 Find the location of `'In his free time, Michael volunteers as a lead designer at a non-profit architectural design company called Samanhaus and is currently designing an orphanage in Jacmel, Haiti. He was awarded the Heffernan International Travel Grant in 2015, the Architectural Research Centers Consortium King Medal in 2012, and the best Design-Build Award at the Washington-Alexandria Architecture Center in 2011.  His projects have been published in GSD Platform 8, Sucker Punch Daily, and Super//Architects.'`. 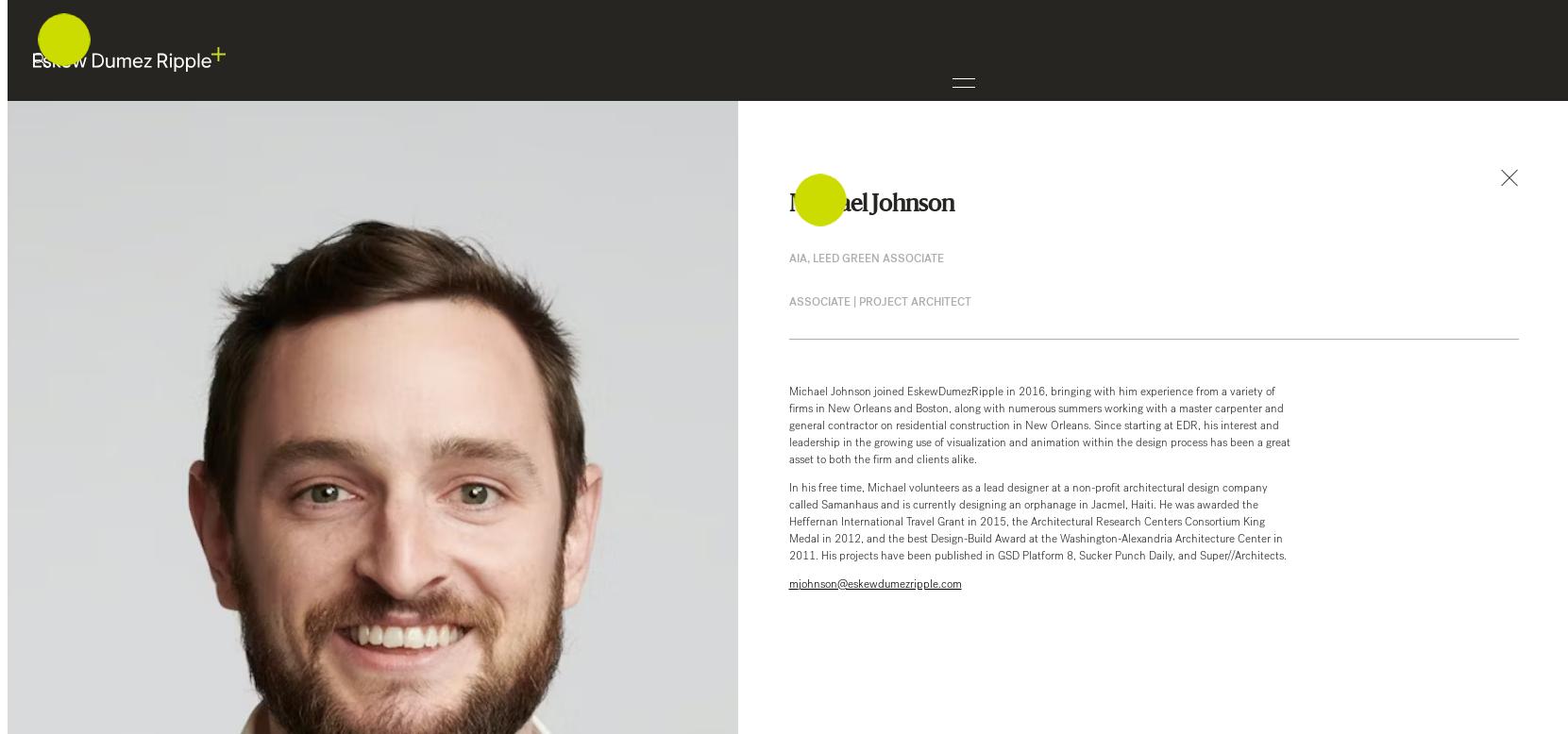

'In his free time, Michael volunteers as a lead designer at a non-profit architectural design company called Samanhaus and is currently designing an orphanage in Jacmel, Haiti. He was awarded the Heffernan International Travel Grant in 2015, the Architectural Research Centers Consortium King Medal in 2012, and the best Design-Build Award at the Washington-Alexandria Architecture Center in 2011.  His projects have been published in GSD Platform 8, Sucker Punch Daily, and Super//Architects.' is located at coordinates (787, 520).